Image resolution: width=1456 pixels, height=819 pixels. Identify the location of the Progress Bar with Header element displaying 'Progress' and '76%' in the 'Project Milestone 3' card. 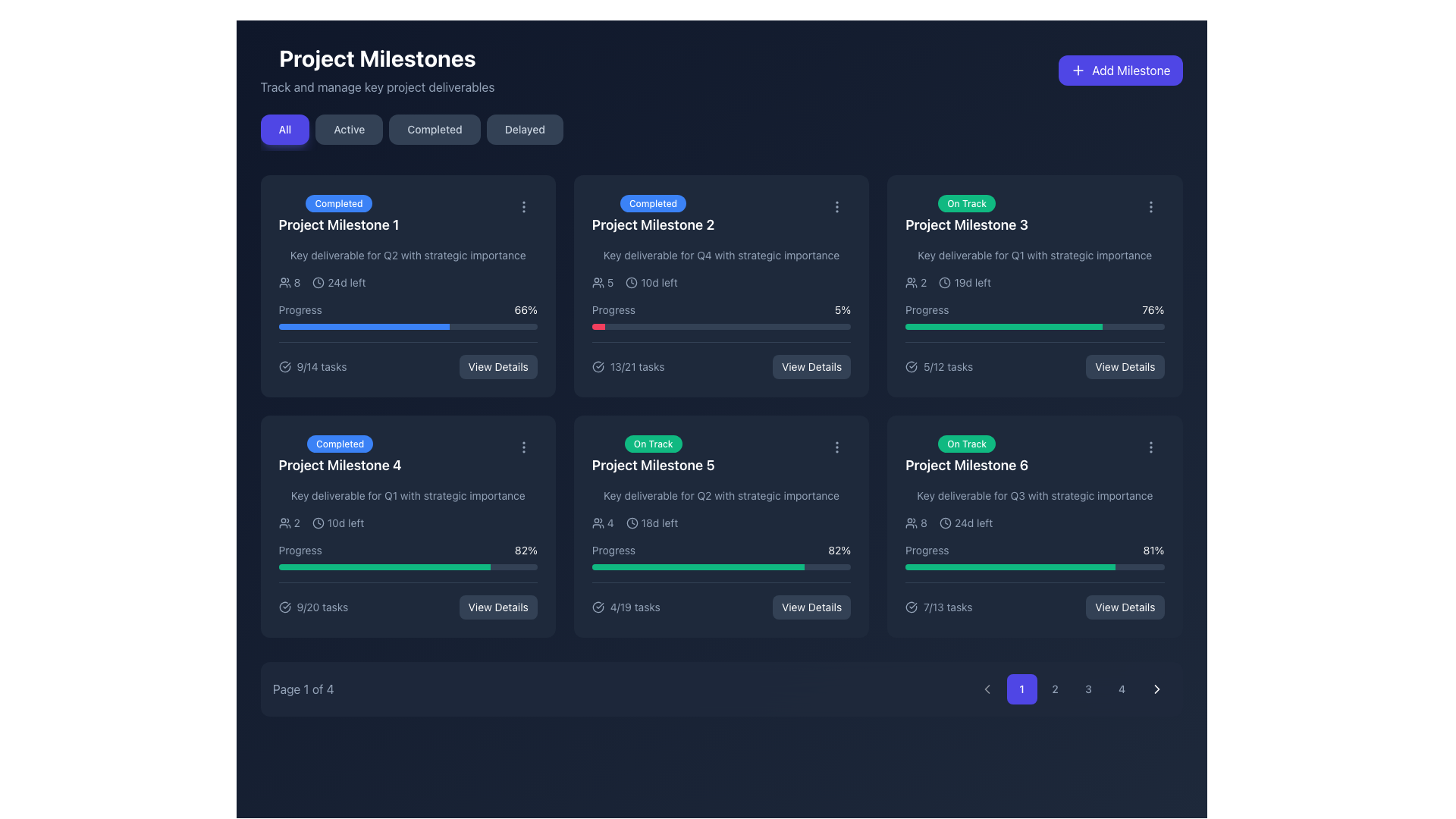
(1034, 315).